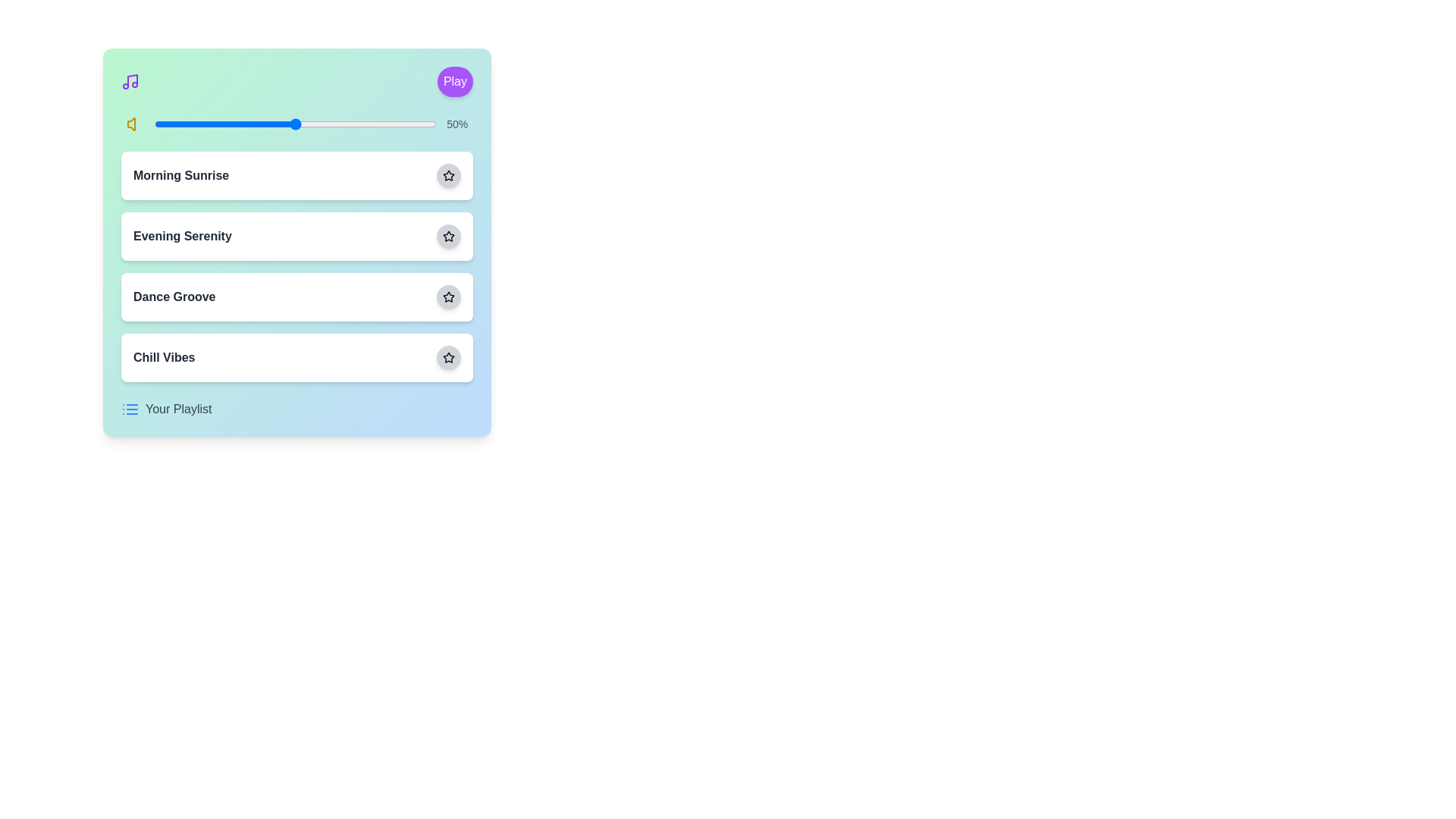  What do you see at coordinates (320, 124) in the screenshot?
I see `the slider` at bounding box center [320, 124].